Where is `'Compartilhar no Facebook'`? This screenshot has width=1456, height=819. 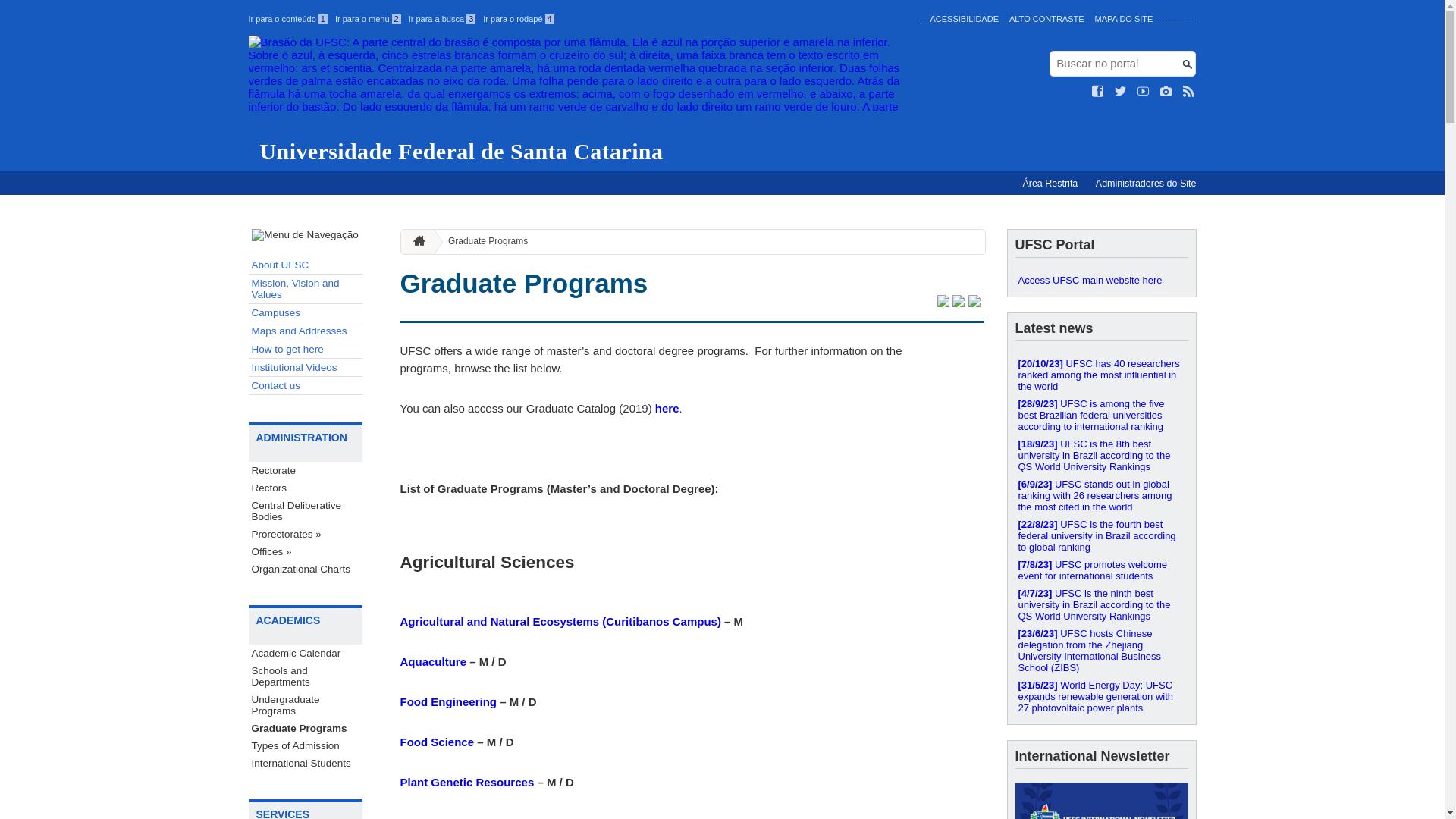 'Compartilhar no Facebook' is located at coordinates (957, 303).